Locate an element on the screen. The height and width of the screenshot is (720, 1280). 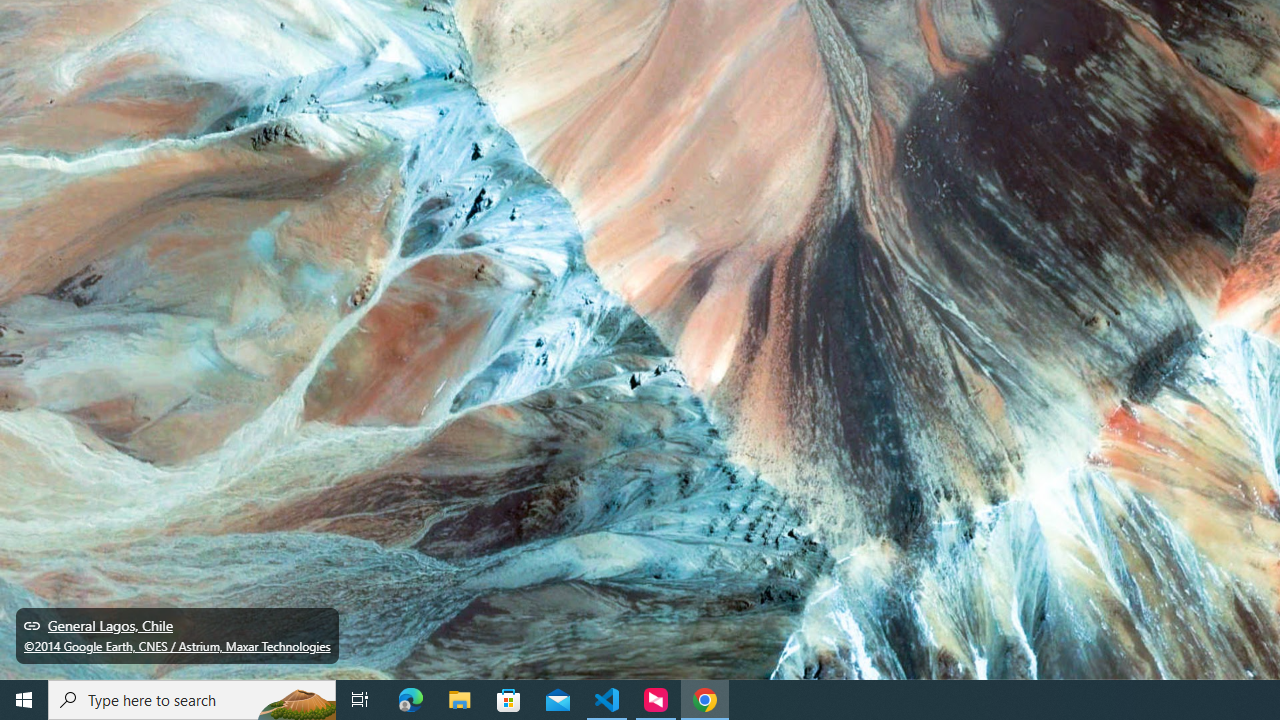
'Microsoft Store' is located at coordinates (509, 698).